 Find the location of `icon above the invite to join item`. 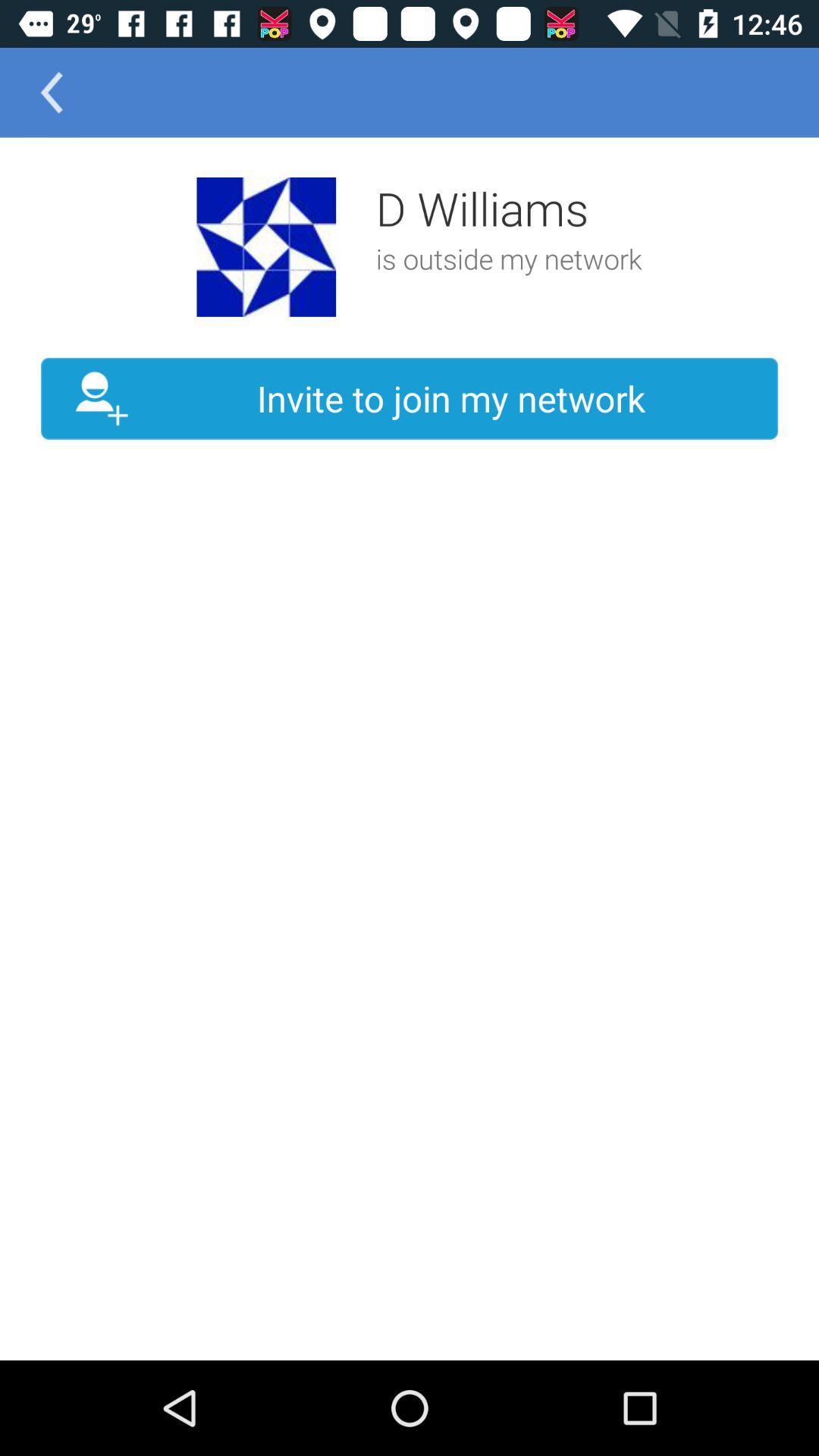

icon above the invite to join item is located at coordinates (265, 246).